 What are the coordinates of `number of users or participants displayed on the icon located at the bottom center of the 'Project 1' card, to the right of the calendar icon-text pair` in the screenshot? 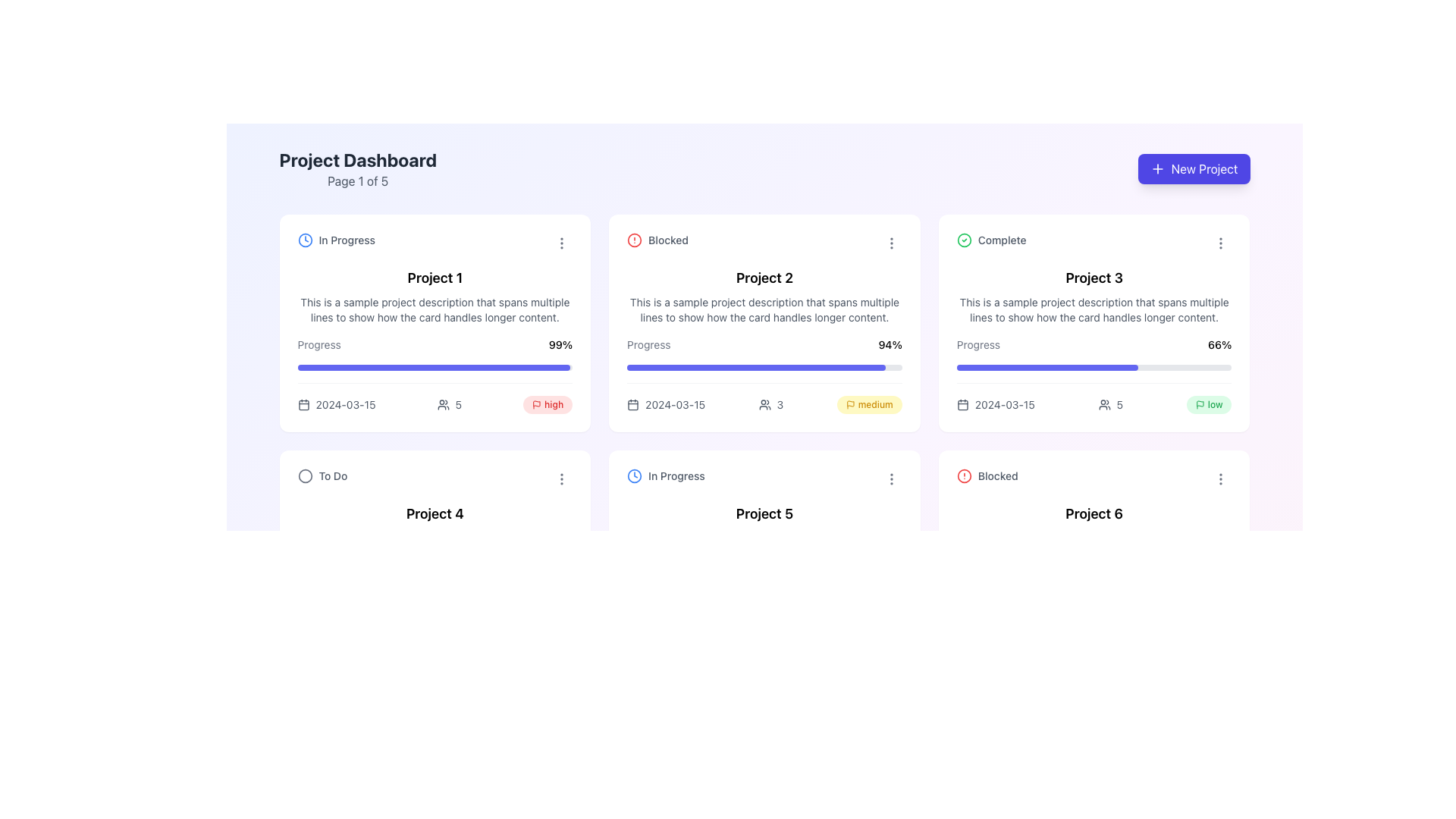 It's located at (448, 403).